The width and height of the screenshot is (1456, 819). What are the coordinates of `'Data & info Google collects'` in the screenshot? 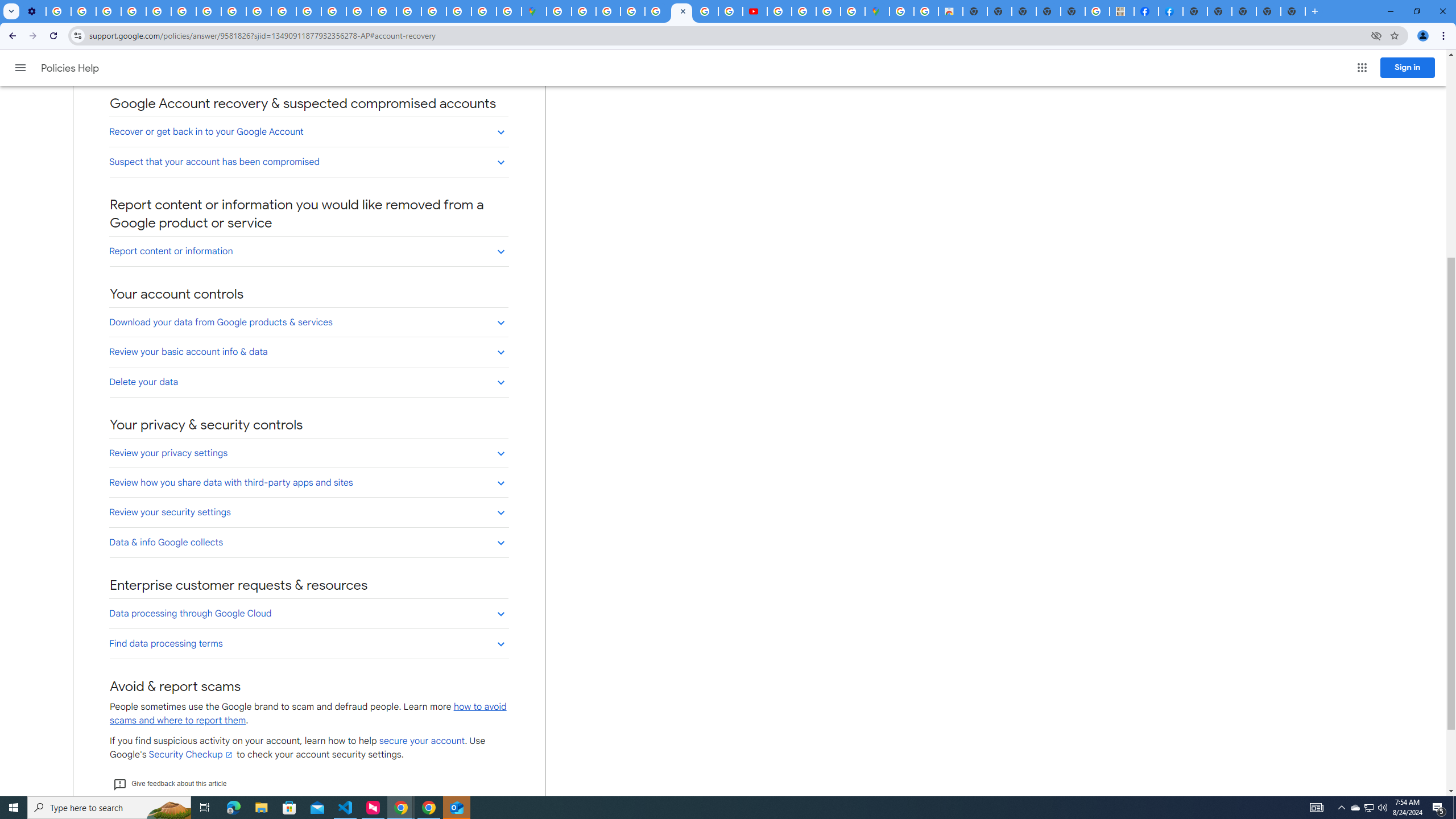 It's located at (308, 542).